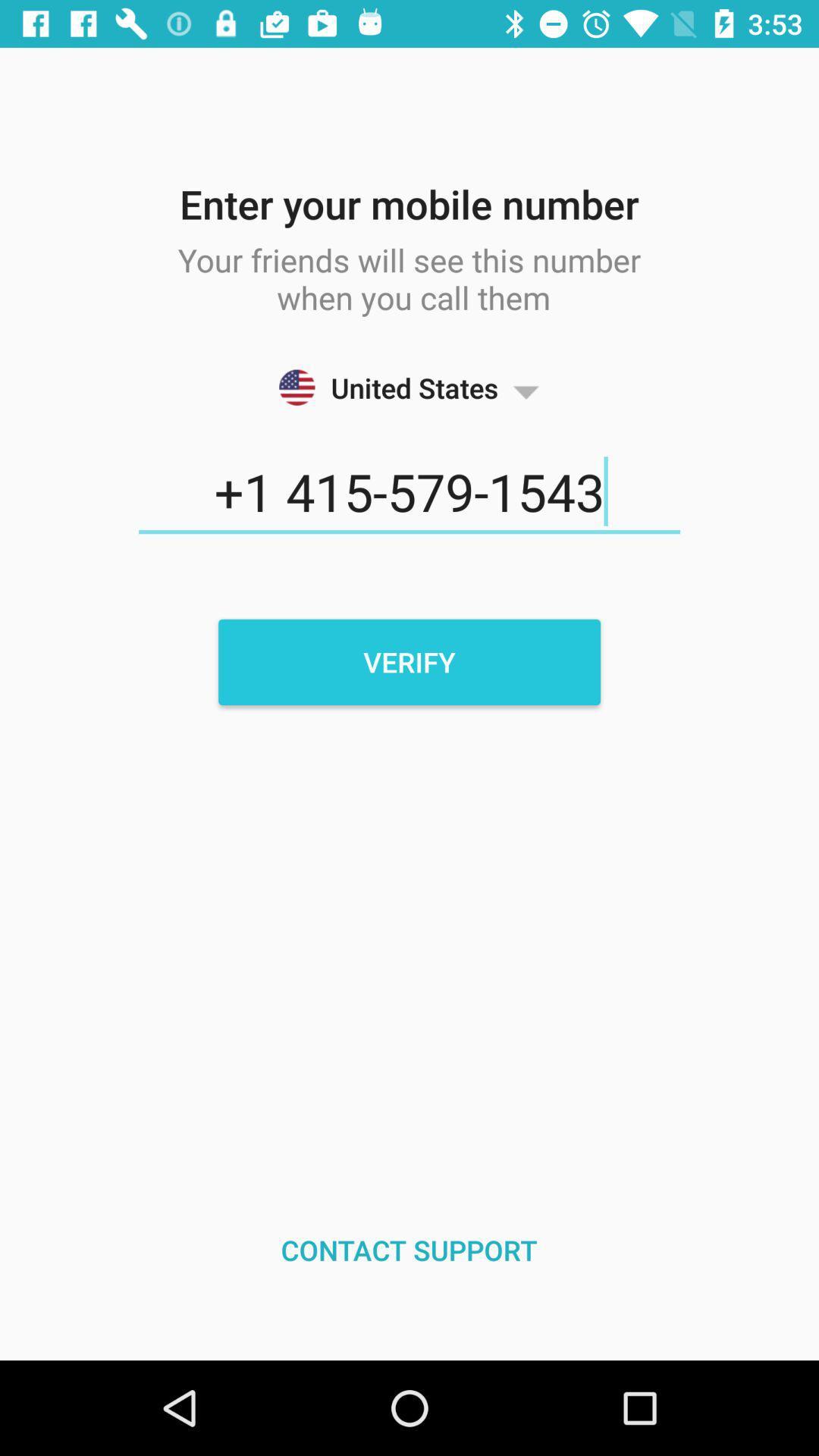 The height and width of the screenshot is (1456, 819). I want to click on contact support icon, so click(408, 1250).